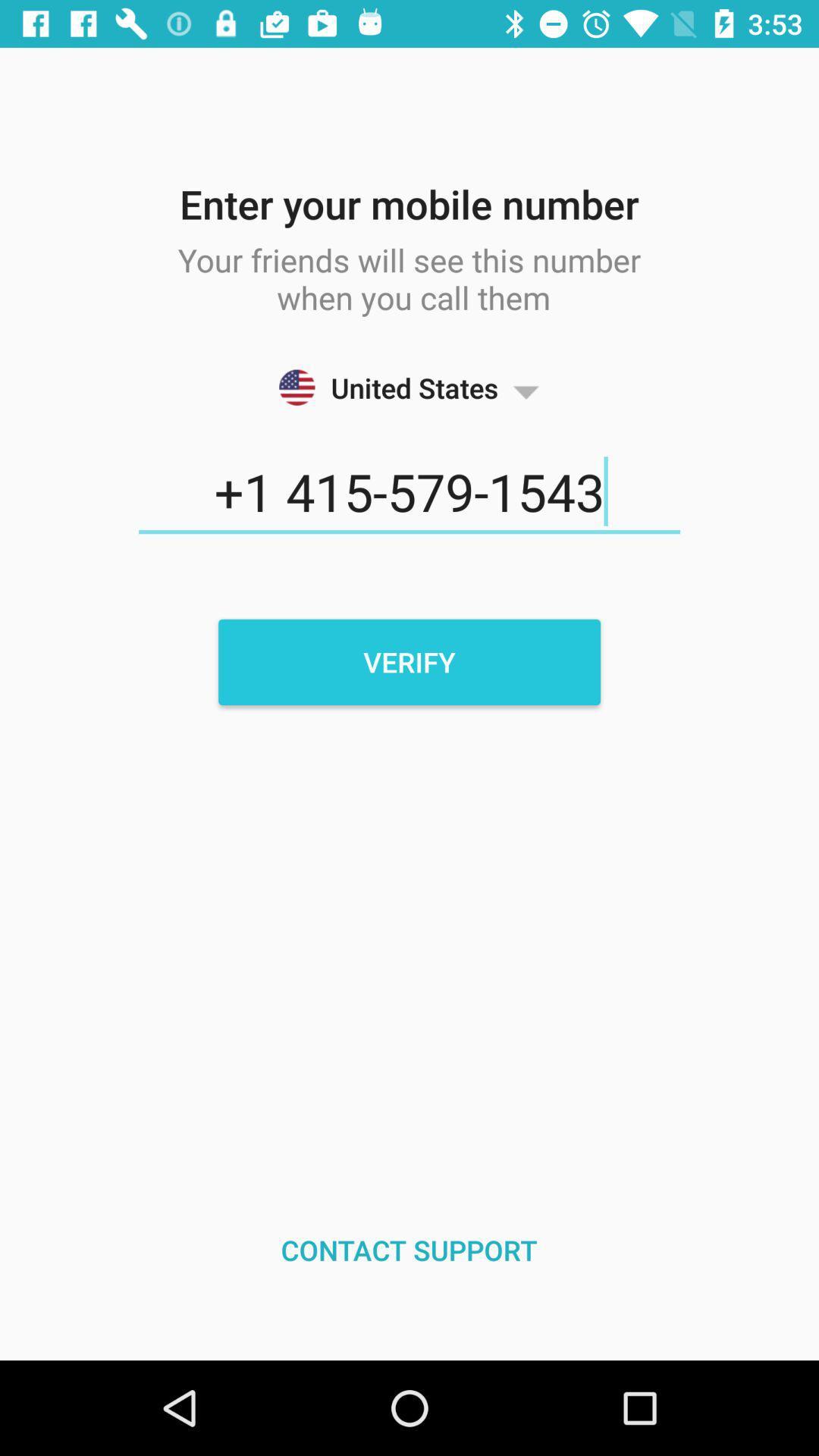 The height and width of the screenshot is (1456, 819). I want to click on contact support icon, so click(408, 1250).